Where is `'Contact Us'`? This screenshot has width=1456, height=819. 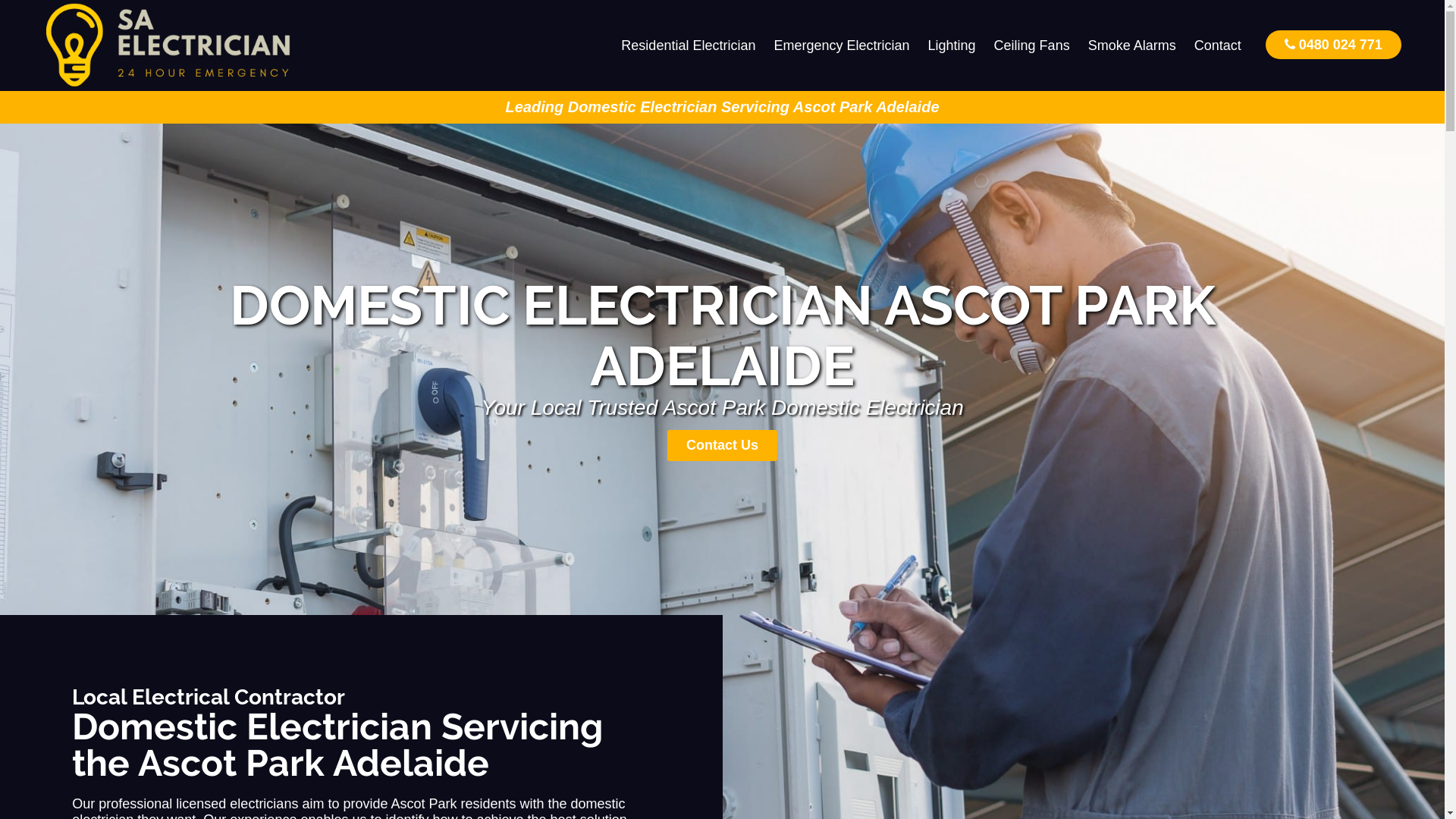 'Contact Us' is located at coordinates (667, 444).